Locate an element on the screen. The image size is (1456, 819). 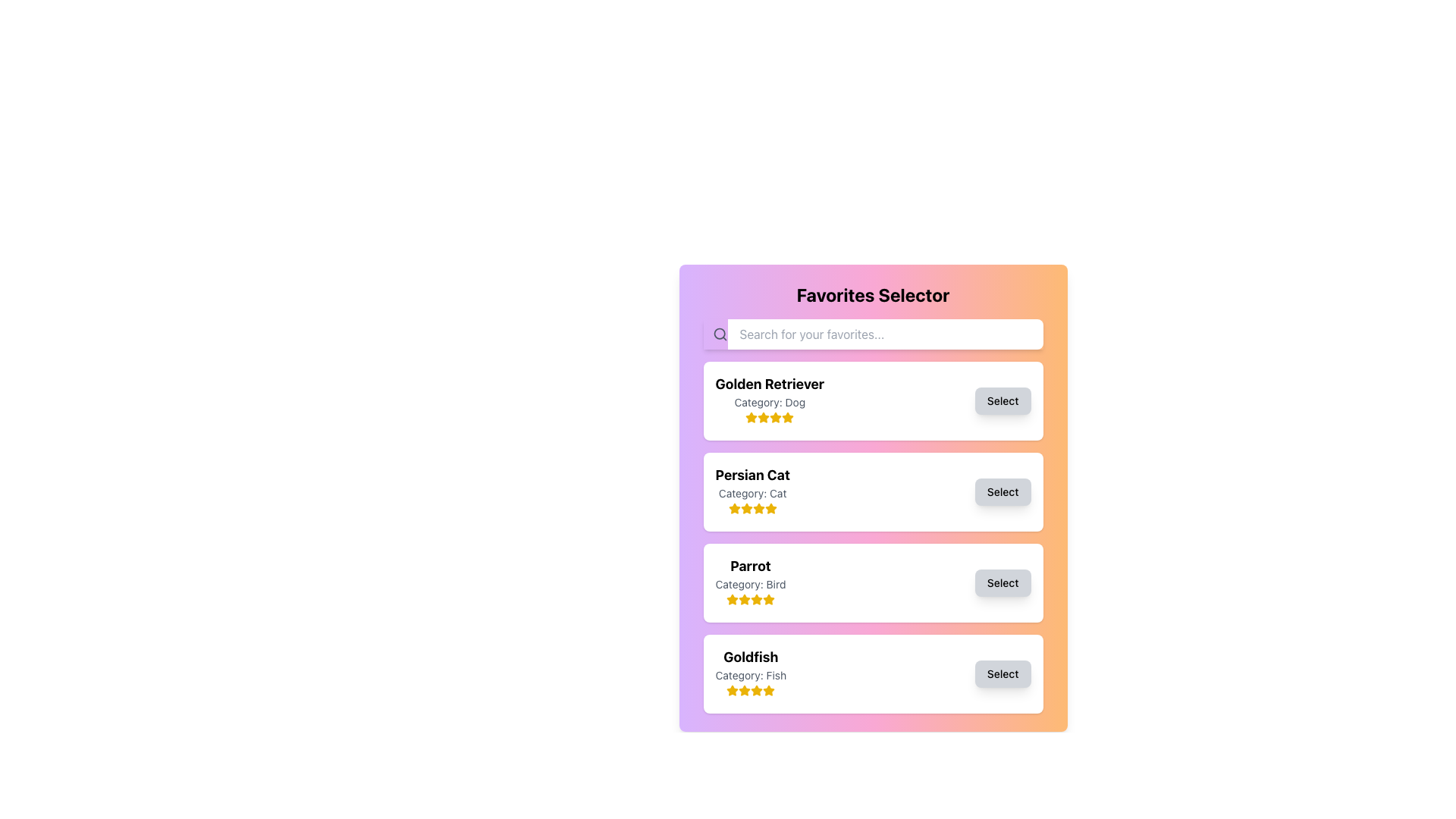
the static text label displaying 'Category: Fish', which is located beneath the 'Goldfish' label and aligned to the left of the 'Select' button is located at coordinates (751, 675).